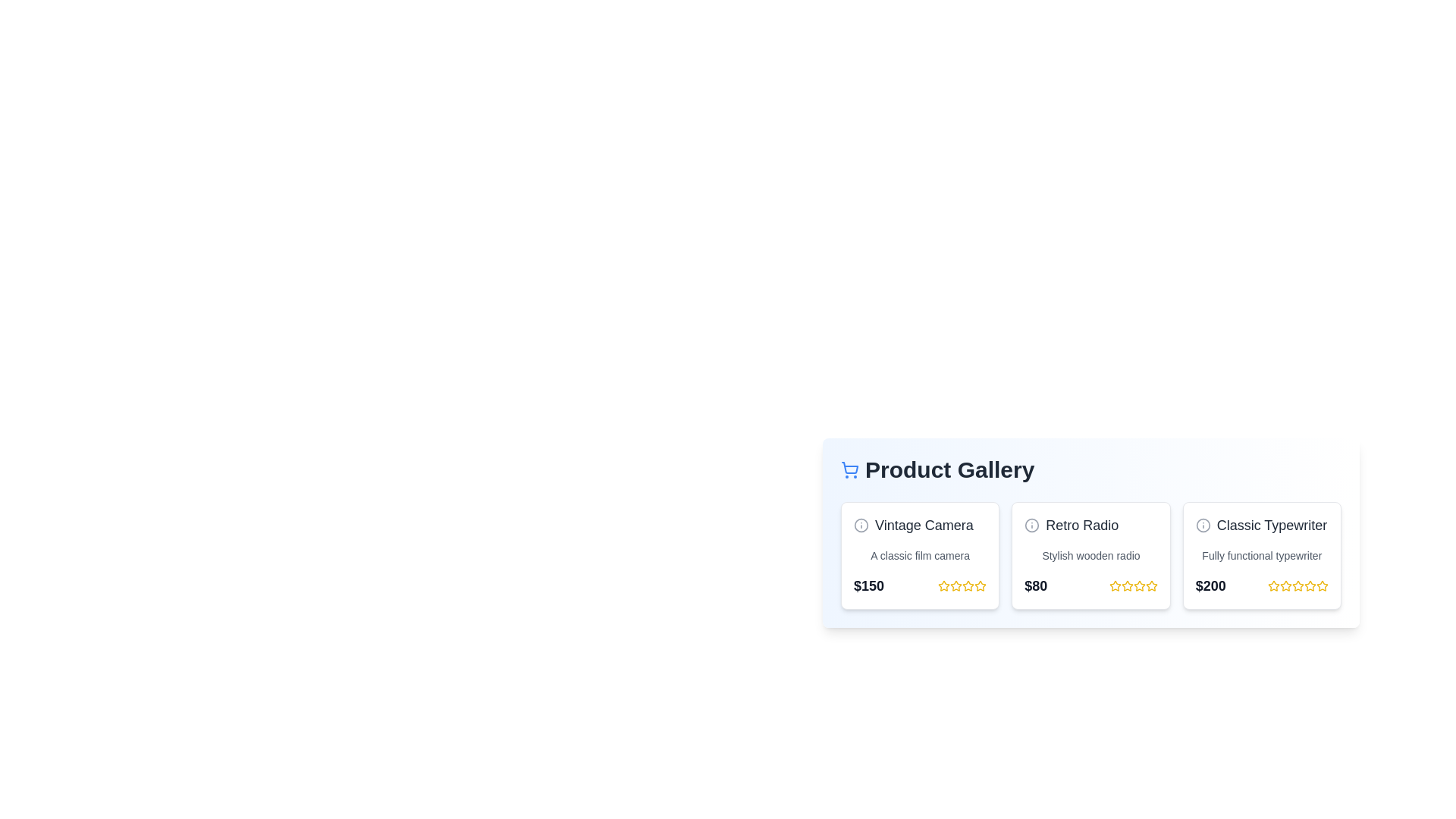 The image size is (1456, 819). Describe the element at coordinates (1090, 555) in the screenshot. I see `the product card for Retro Radio` at that location.